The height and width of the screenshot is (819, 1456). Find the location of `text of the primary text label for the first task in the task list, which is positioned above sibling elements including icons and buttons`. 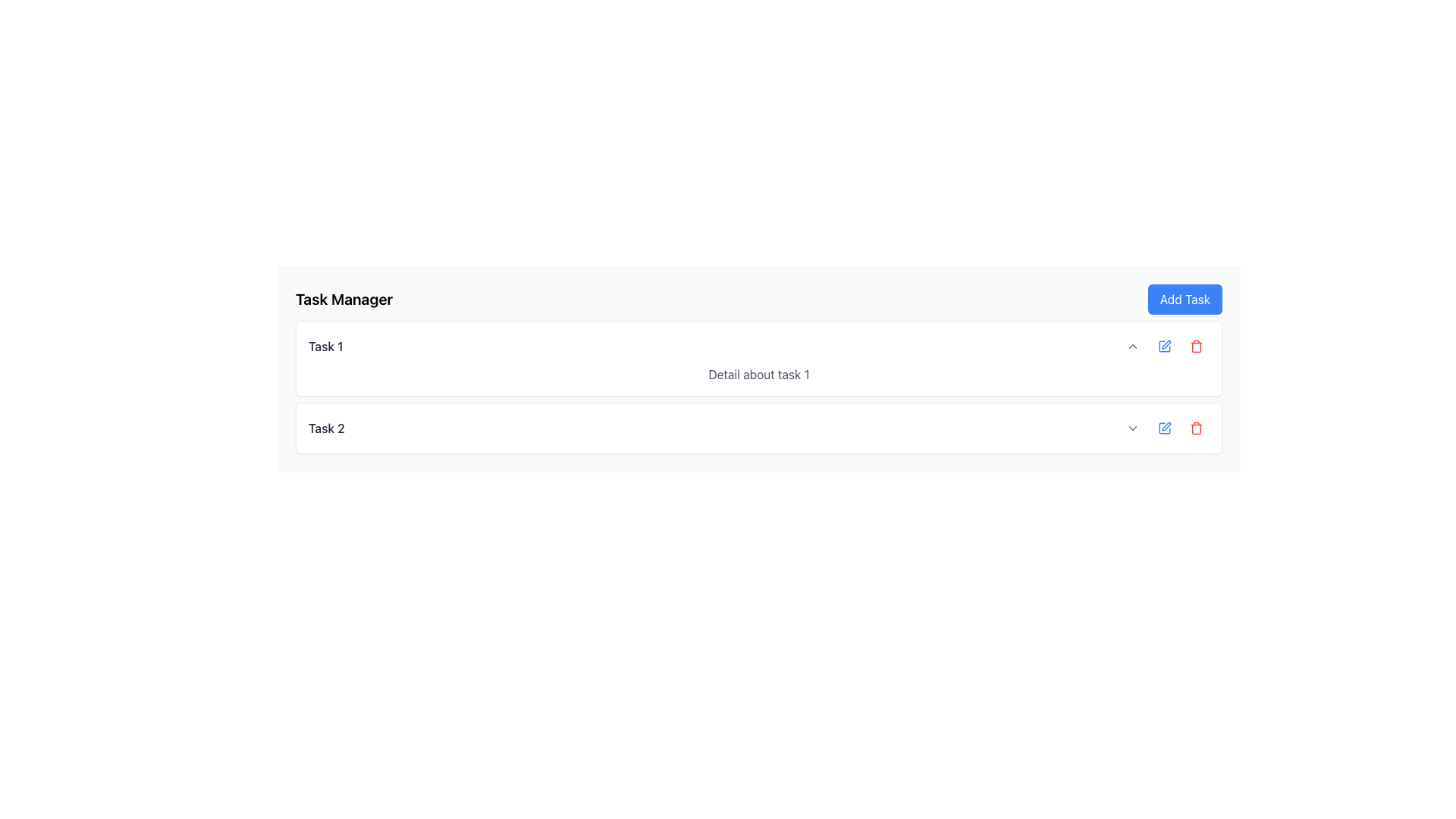

text of the primary text label for the first task in the task list, which is positioned above sibling elements including icons and buttons is located at coordinates (325, 346).